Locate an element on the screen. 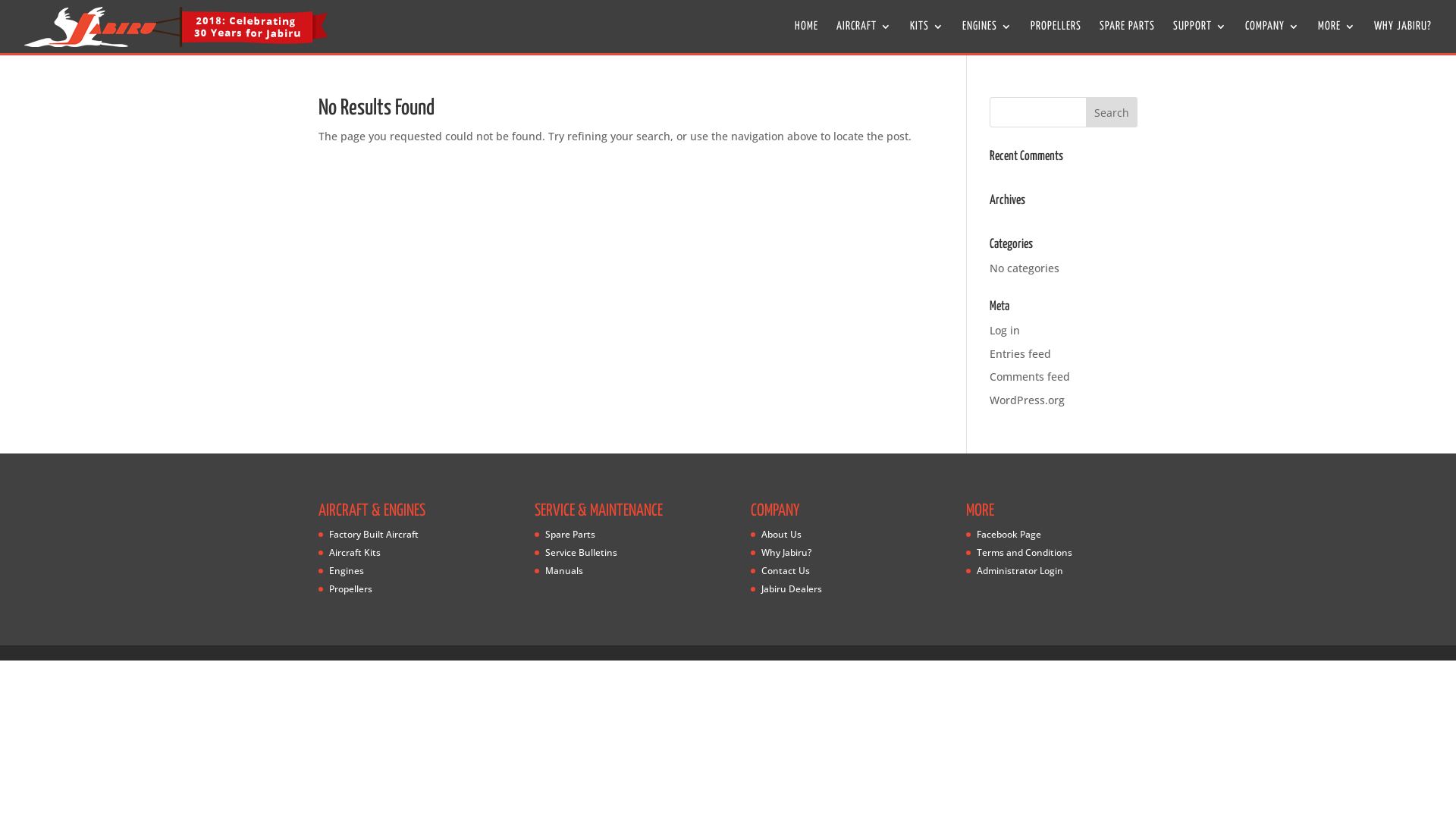 The width and height of the screenshot is (1456, 819). 'AIRCRAFT' is located at coordinates (864, 36).